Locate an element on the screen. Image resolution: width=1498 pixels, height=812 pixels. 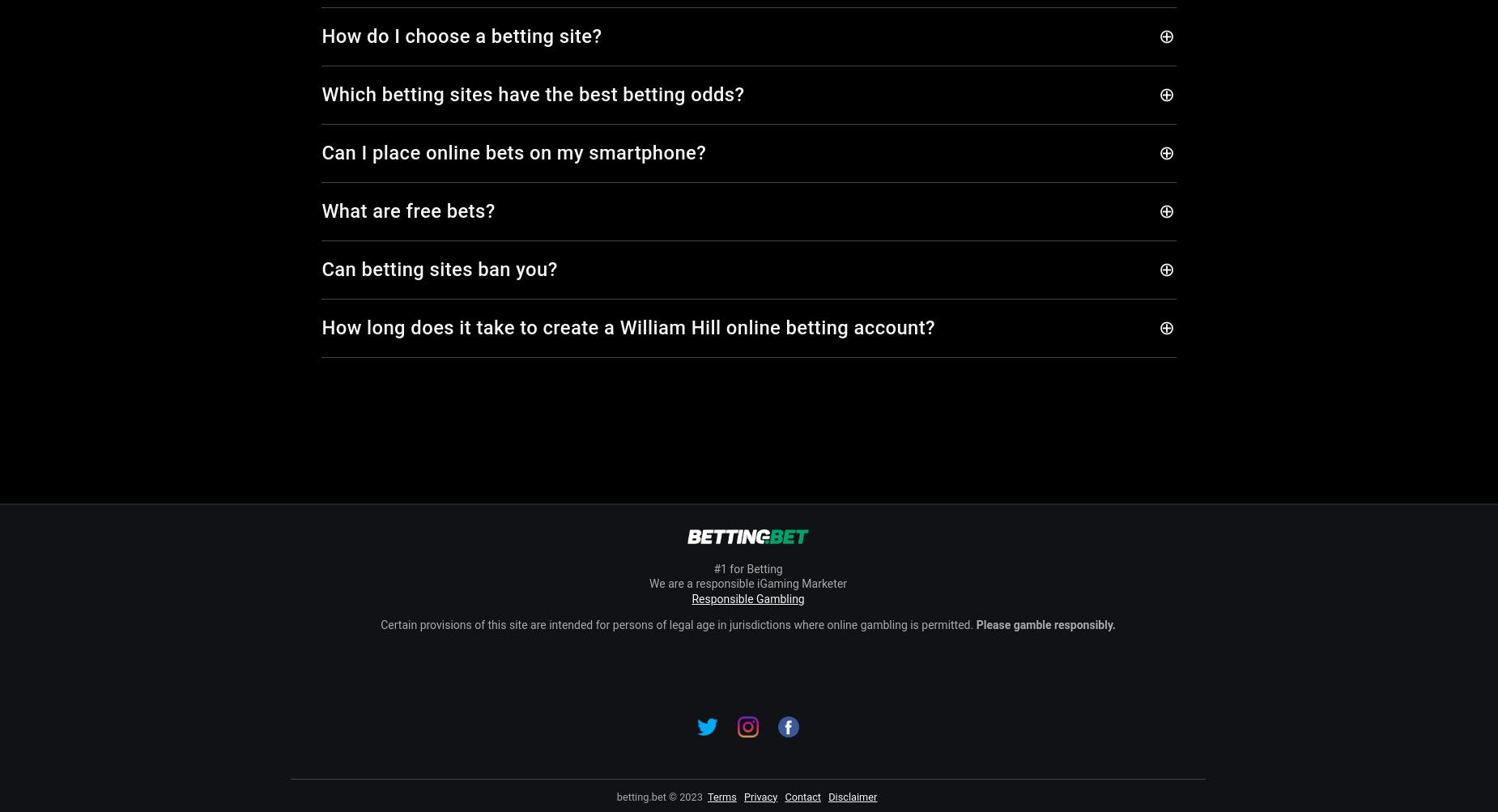
'How do I choose a betting site?' is located at coordinates (321, 36).